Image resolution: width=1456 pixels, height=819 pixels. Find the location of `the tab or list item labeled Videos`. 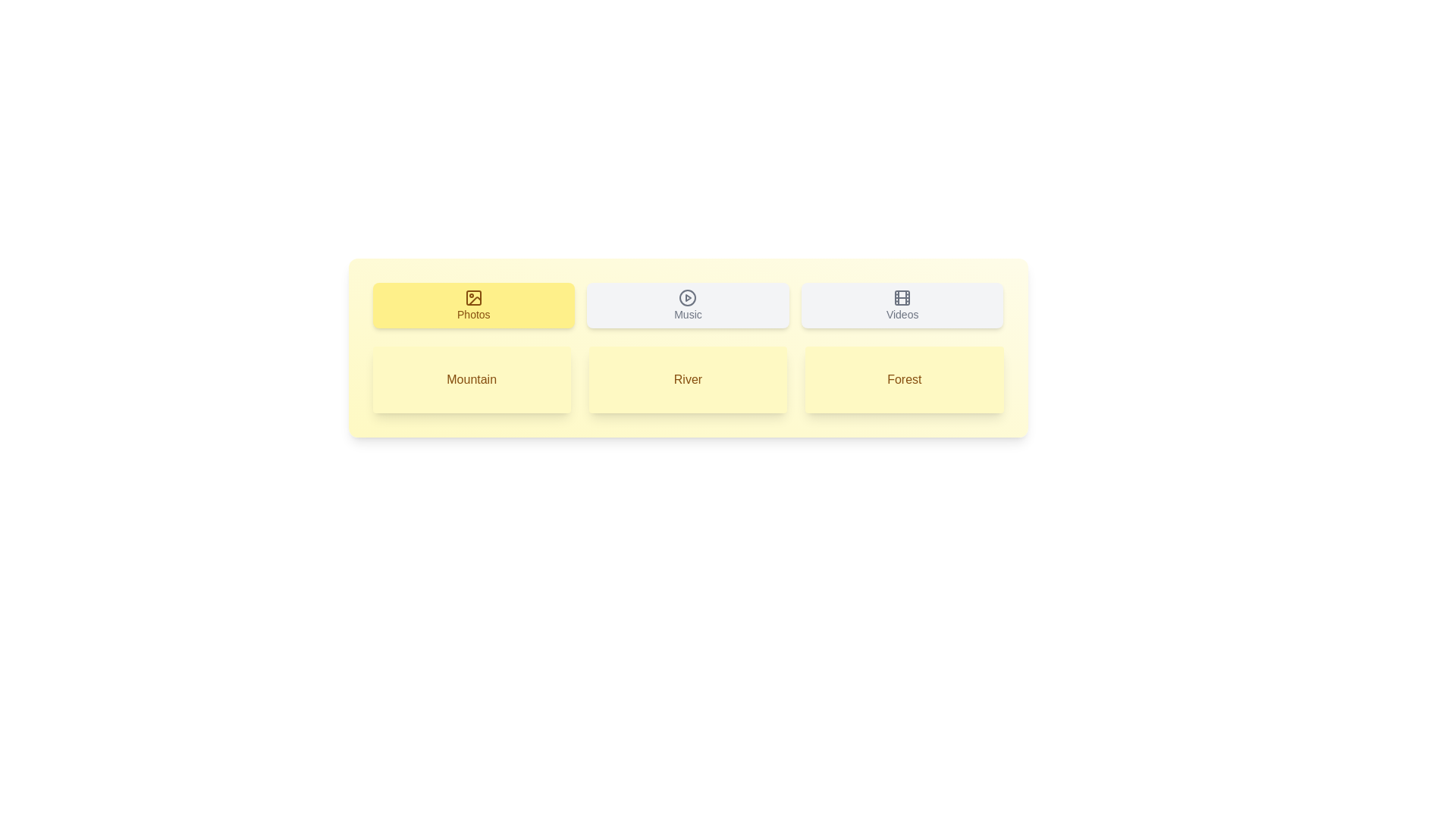

the tab or list item labeled Videos is located at coordinates (902, 305).